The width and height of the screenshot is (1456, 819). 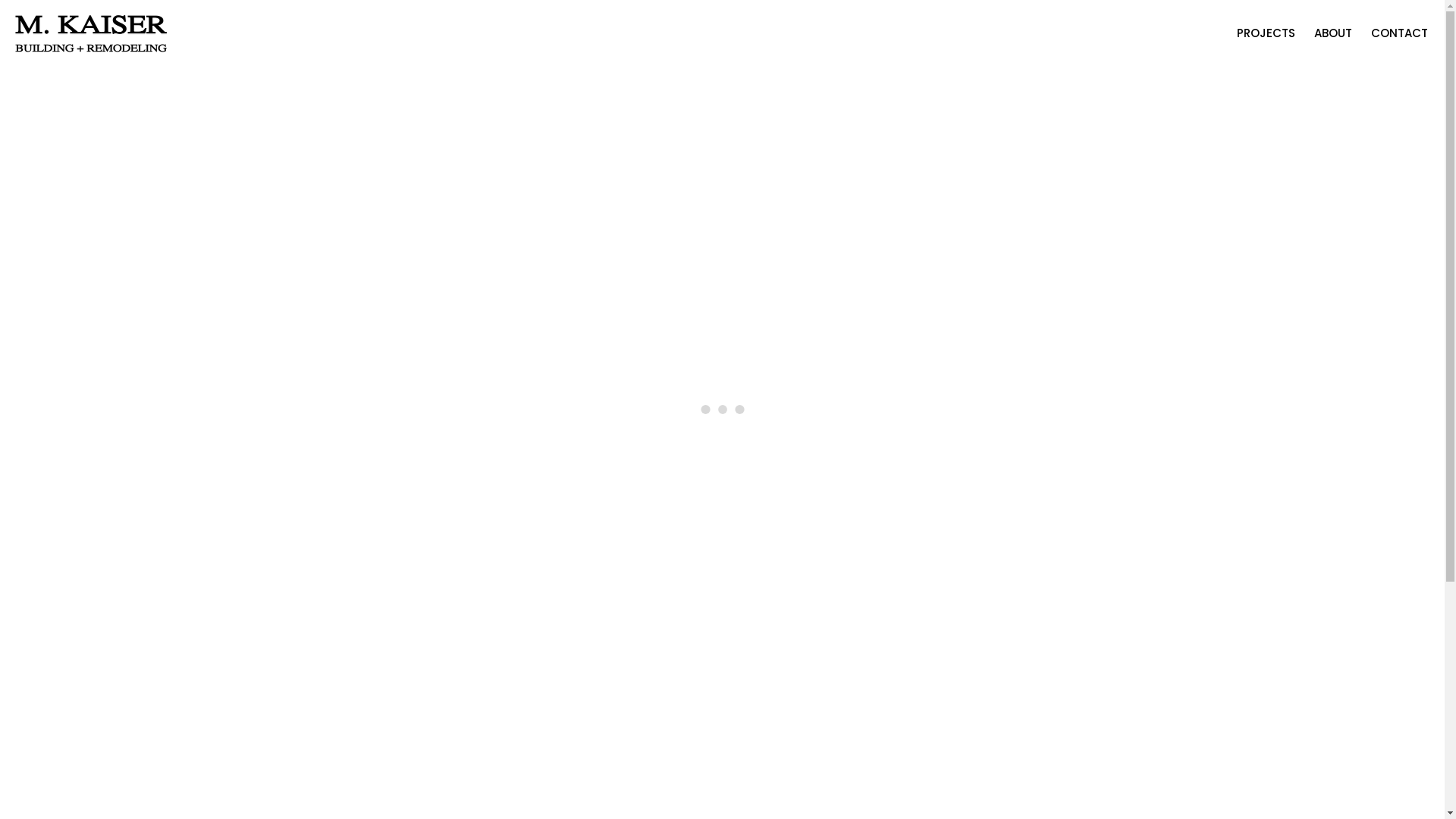 I want to click on 'CONTACT', so click(x=1398, y=34).